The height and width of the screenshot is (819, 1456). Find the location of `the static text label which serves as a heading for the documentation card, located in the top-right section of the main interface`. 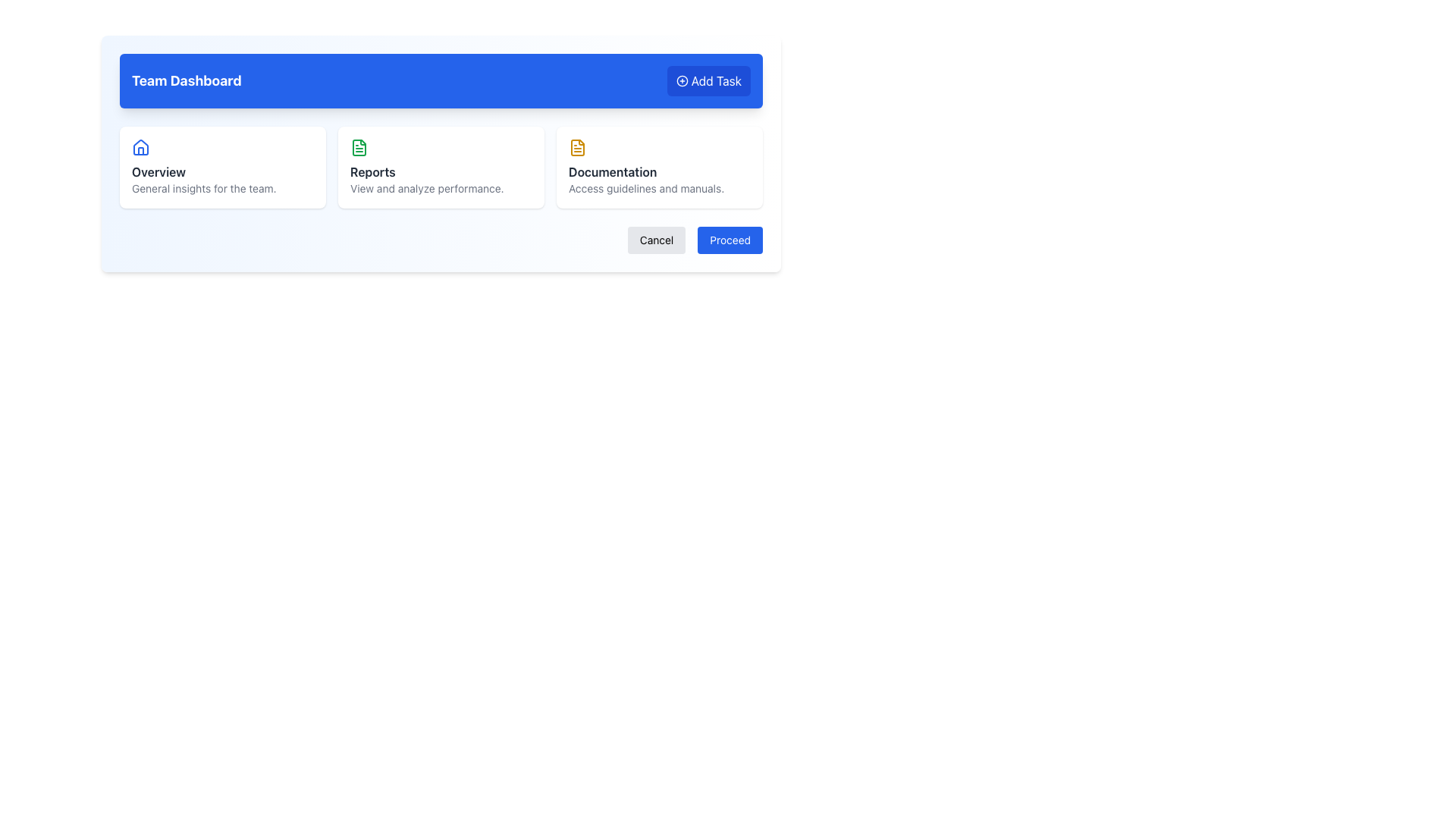

the static text label which serves as a heading for the documentation card, located in the top-right section of the main interface is located at coordinates (613, 171).